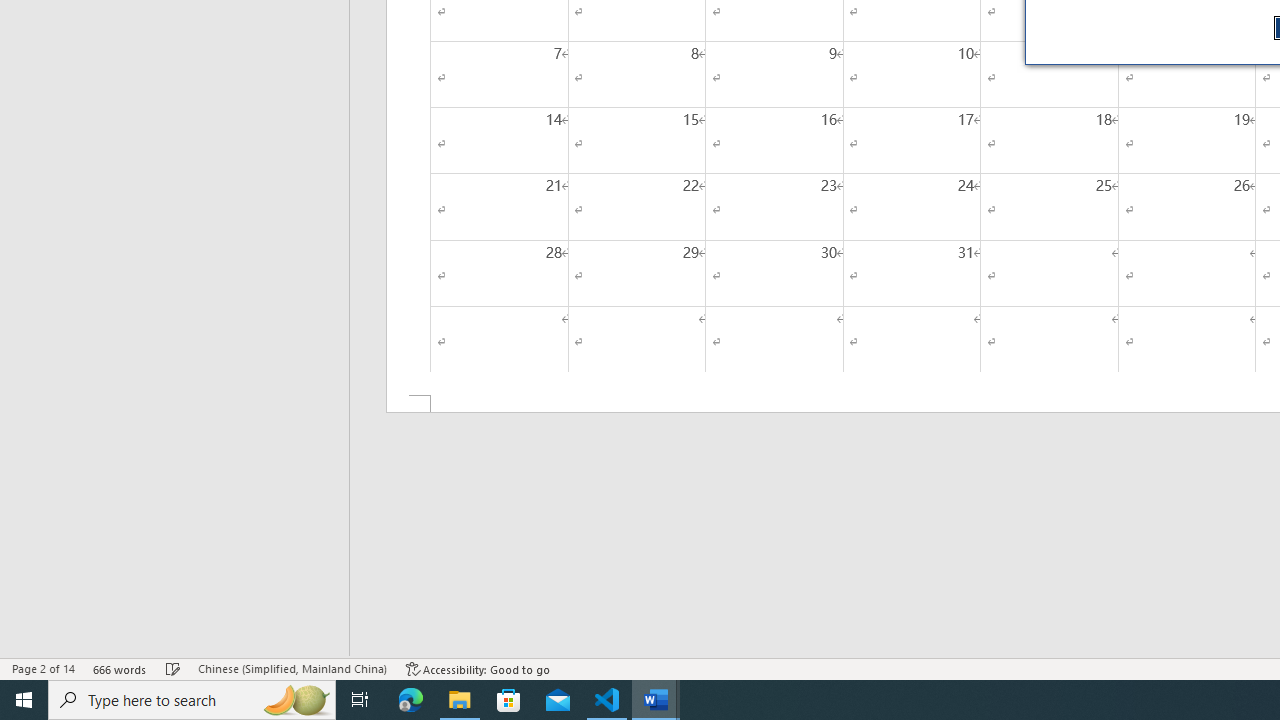 The image size is (1280, 720). Describe the element at coordinates (173, 669) in the screenshot. I see `'Spelling and Grammar Check Checking'` at that location.